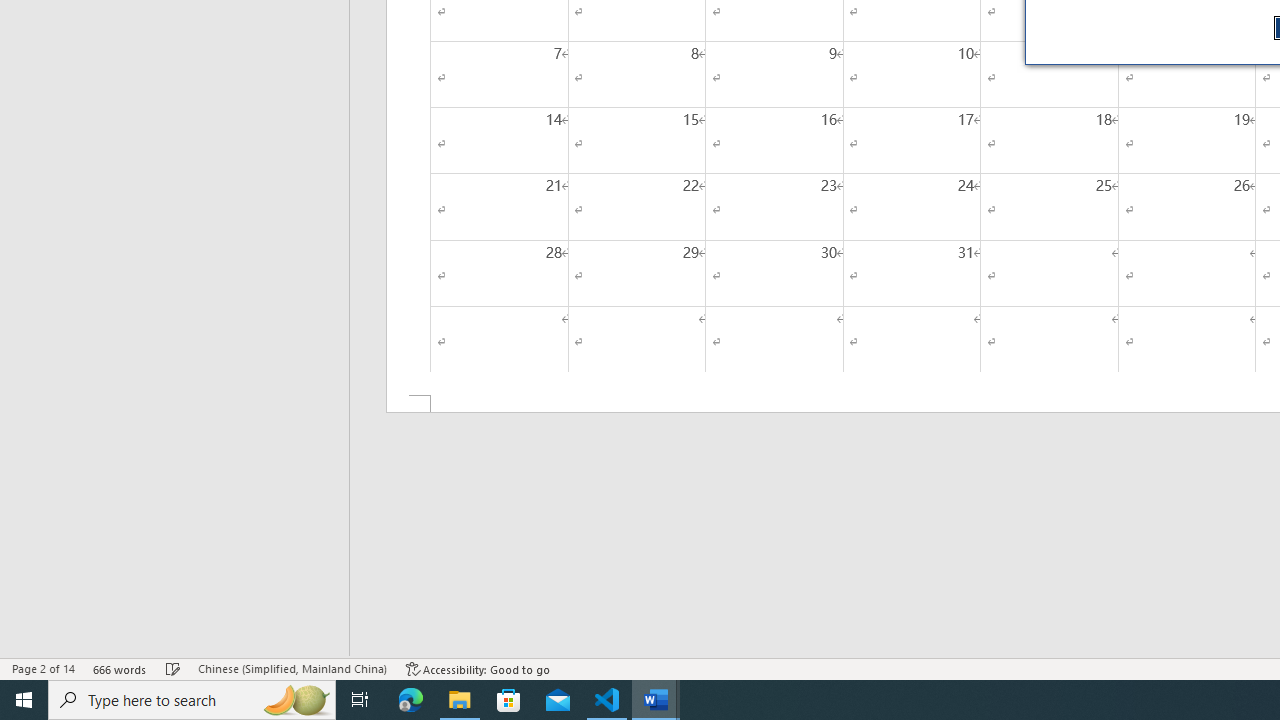 The image size is (1280, 720). Describe the element at coordinates (173, 669) in the screenshot. I see `'Spelling and Grammar Check Checking'` at that location.